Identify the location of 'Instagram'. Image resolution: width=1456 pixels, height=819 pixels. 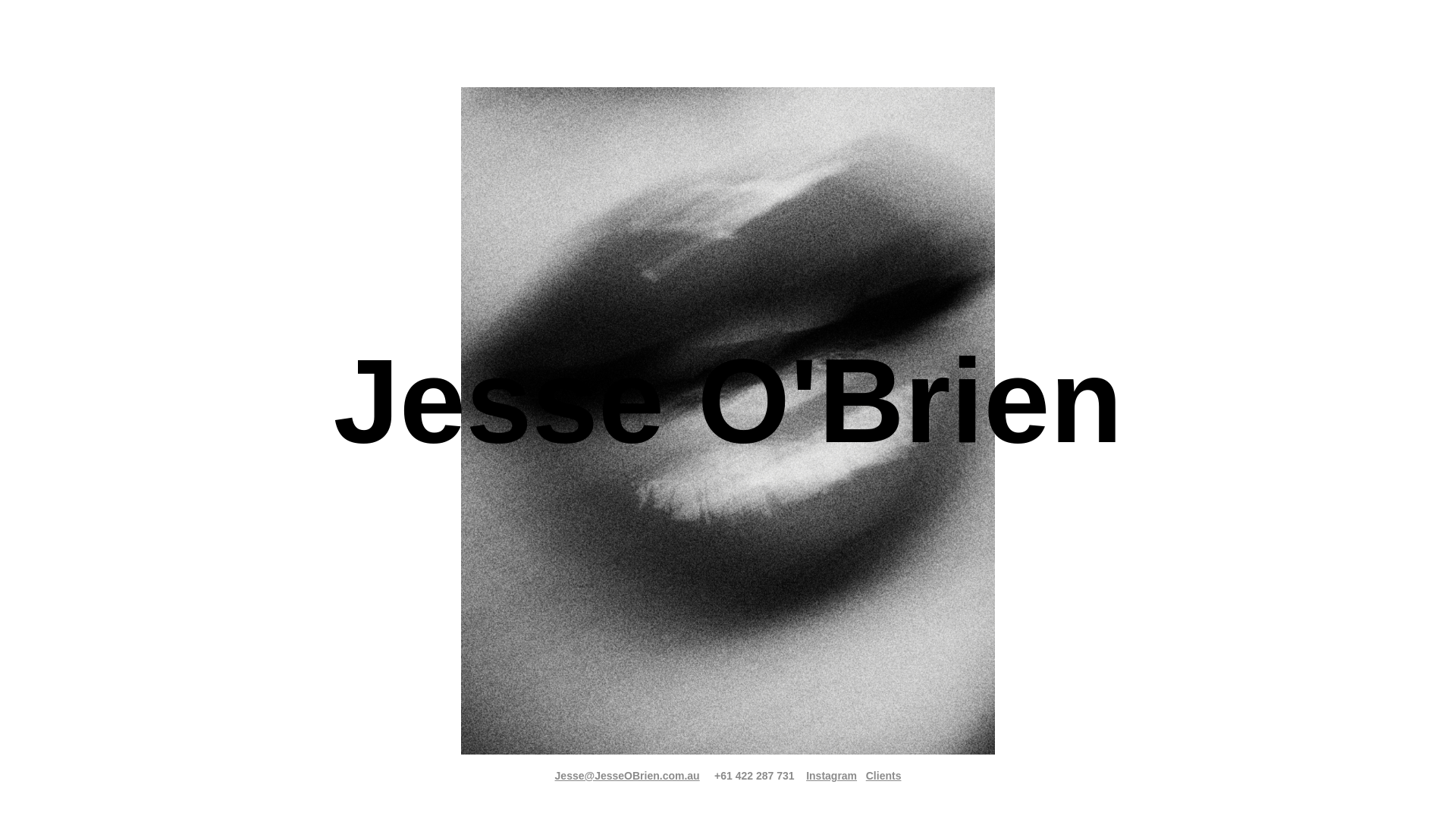
(830, 775).